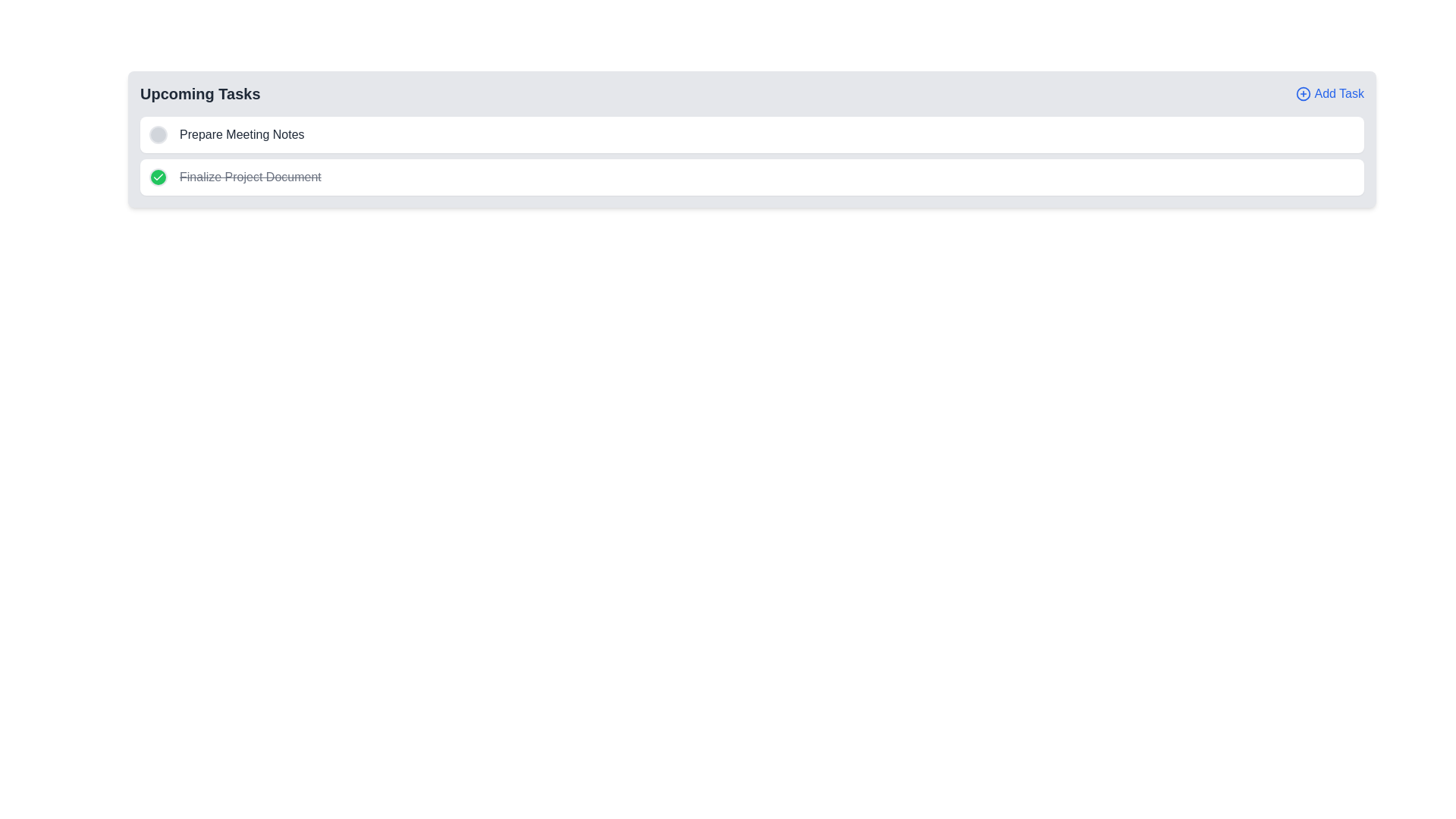  I want to click on the text 'Finalize Project Document' for interaction, so click(250, 177).